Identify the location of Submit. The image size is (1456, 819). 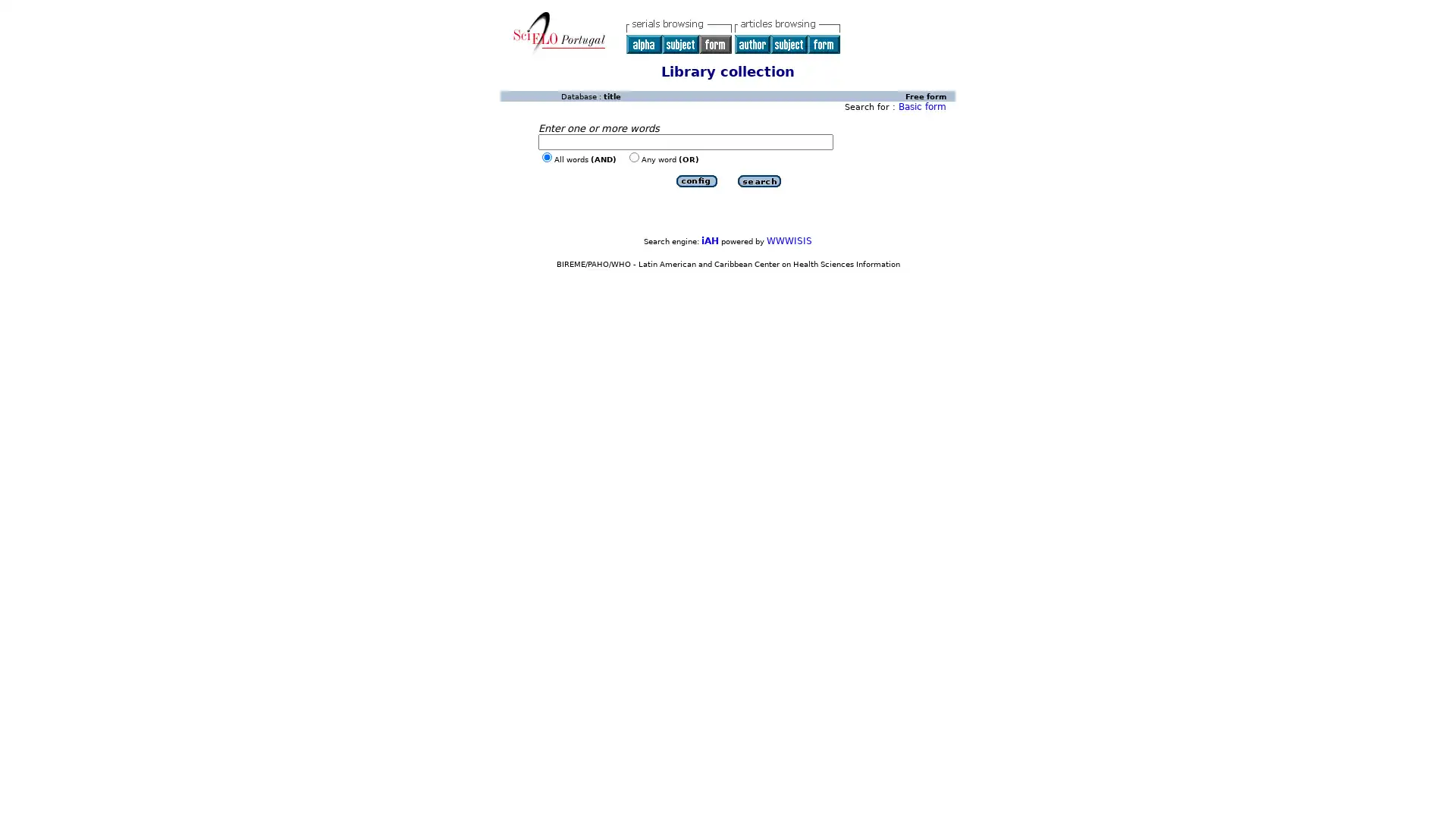
(695, 180).